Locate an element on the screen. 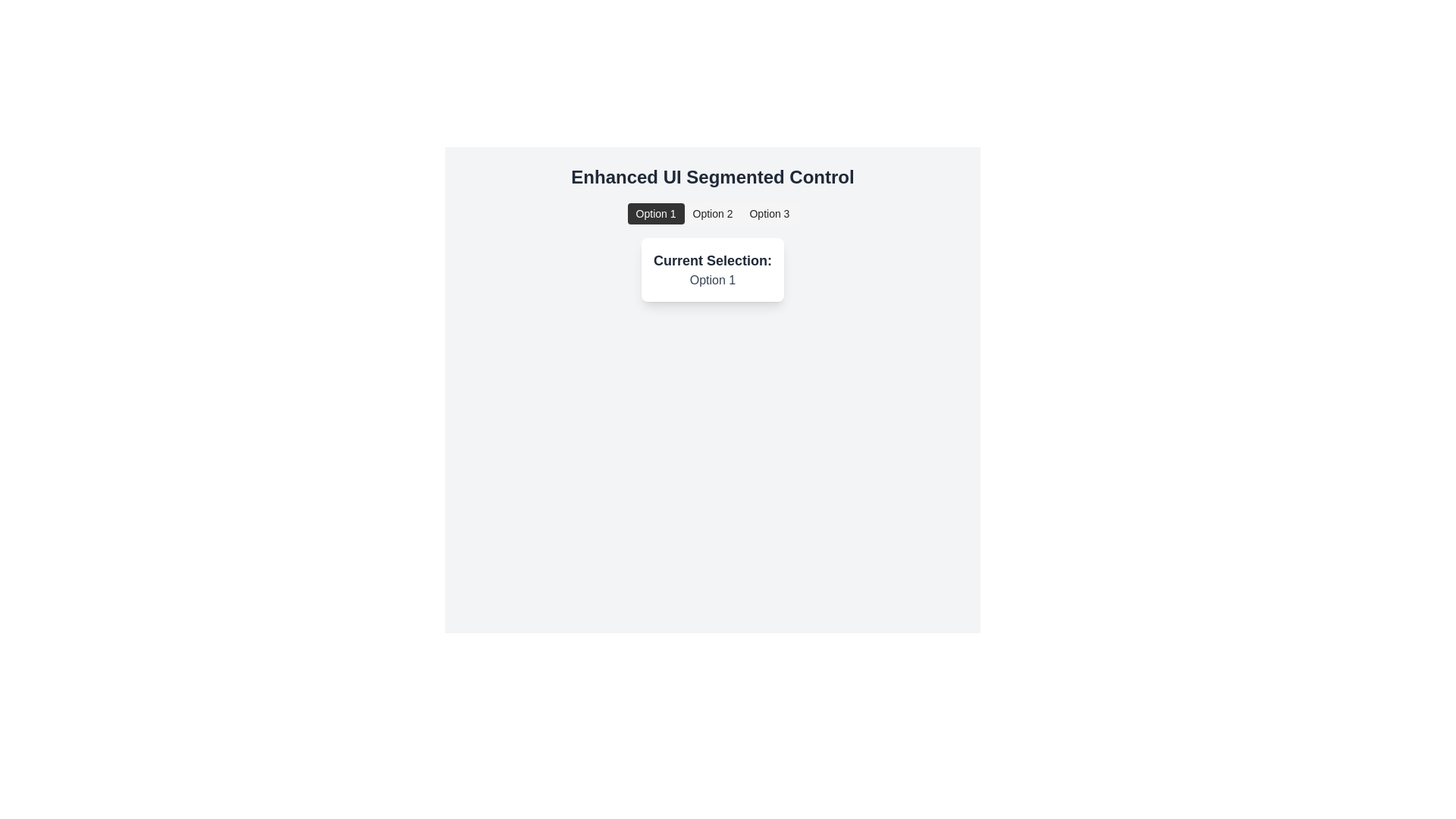  the segmented control option labeled 'Option 3' is located at coordinates (769, 213).